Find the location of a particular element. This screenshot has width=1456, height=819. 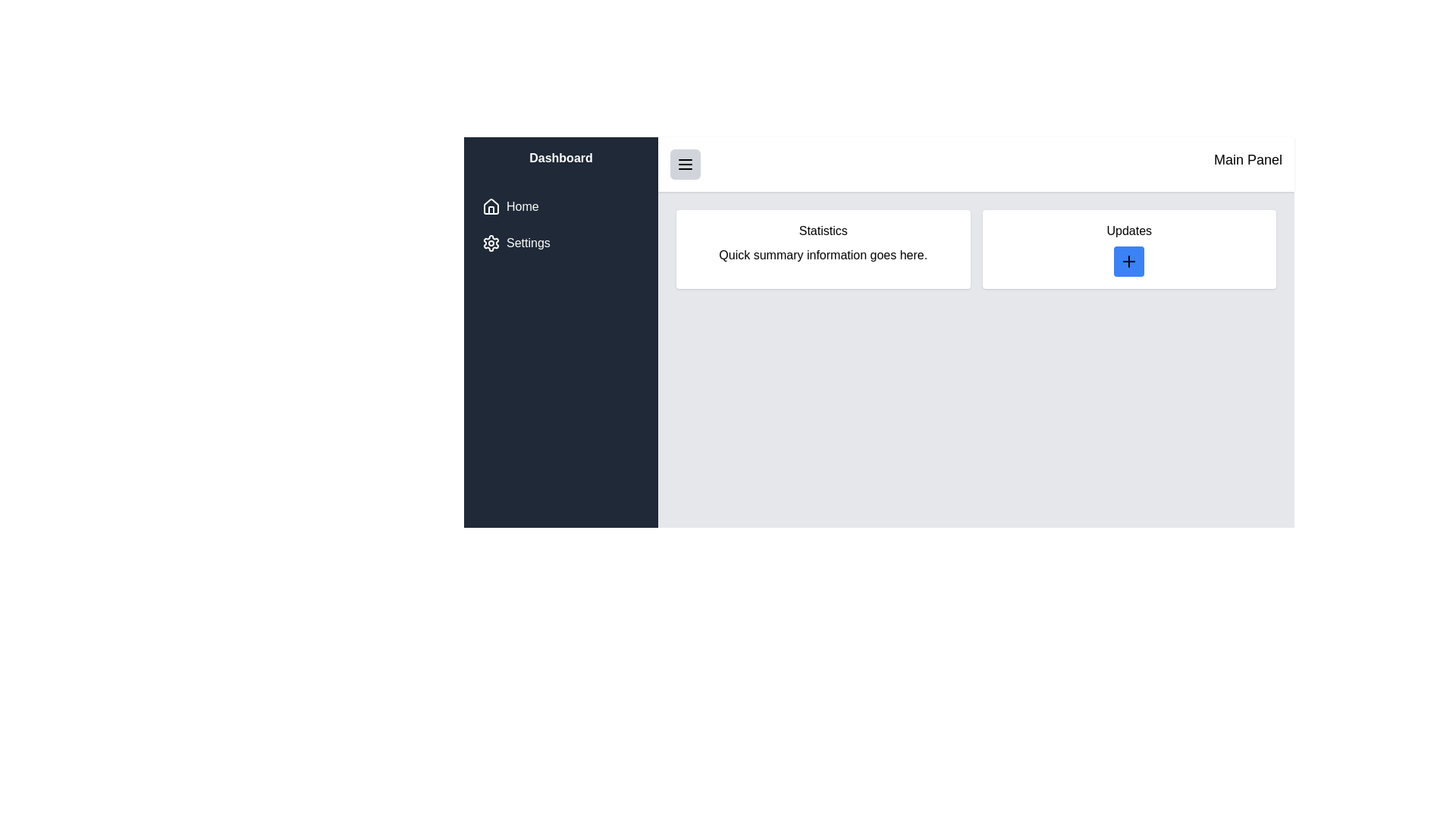

the blue circular button with a plus (+) icon located within the 'Updates' card component on the right side of the two-card layout is located at coordinates (1129, 248).